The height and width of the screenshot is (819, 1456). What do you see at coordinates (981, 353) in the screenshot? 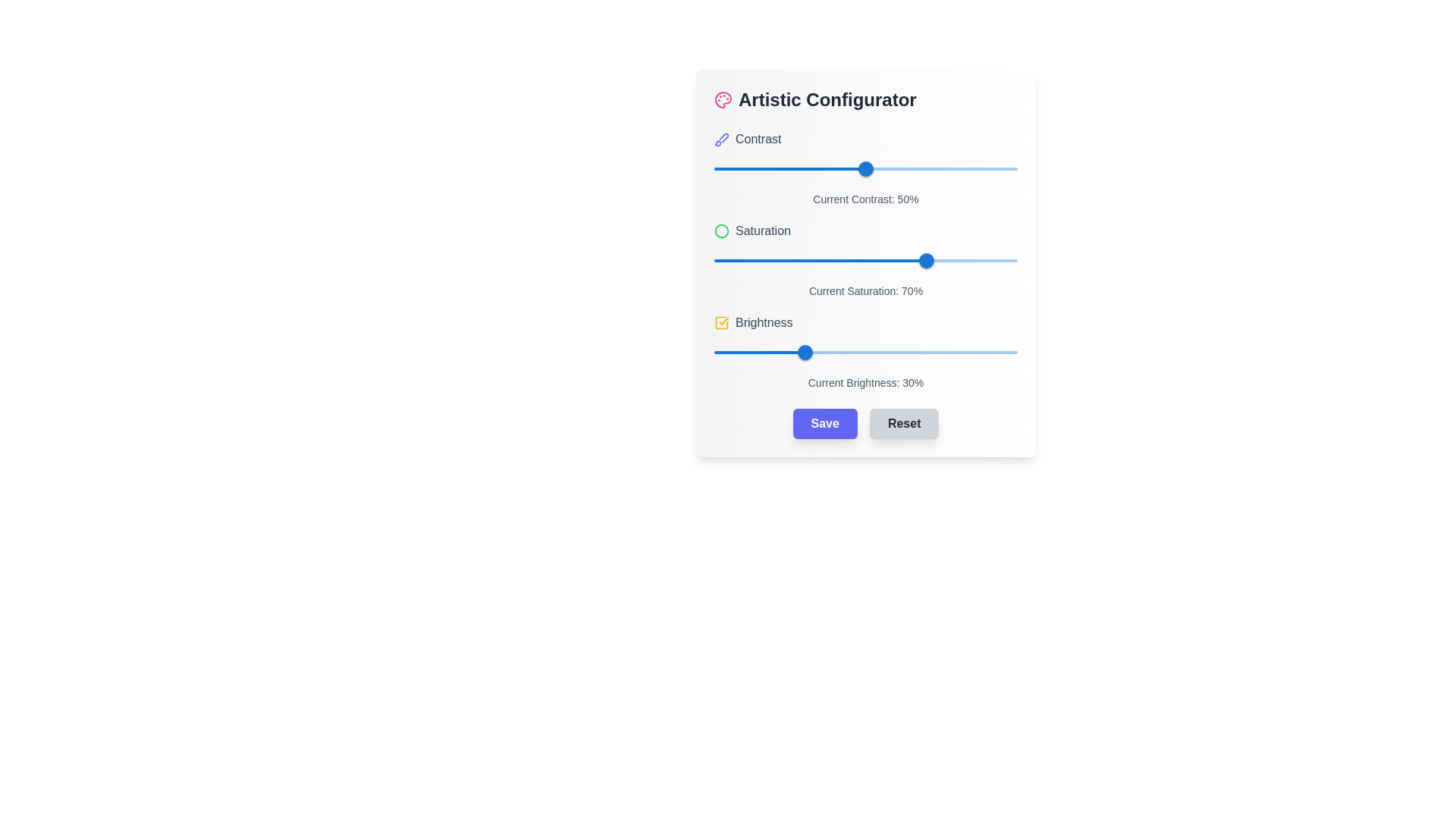
I see `the brightness level` at bounding box center [981, 353].